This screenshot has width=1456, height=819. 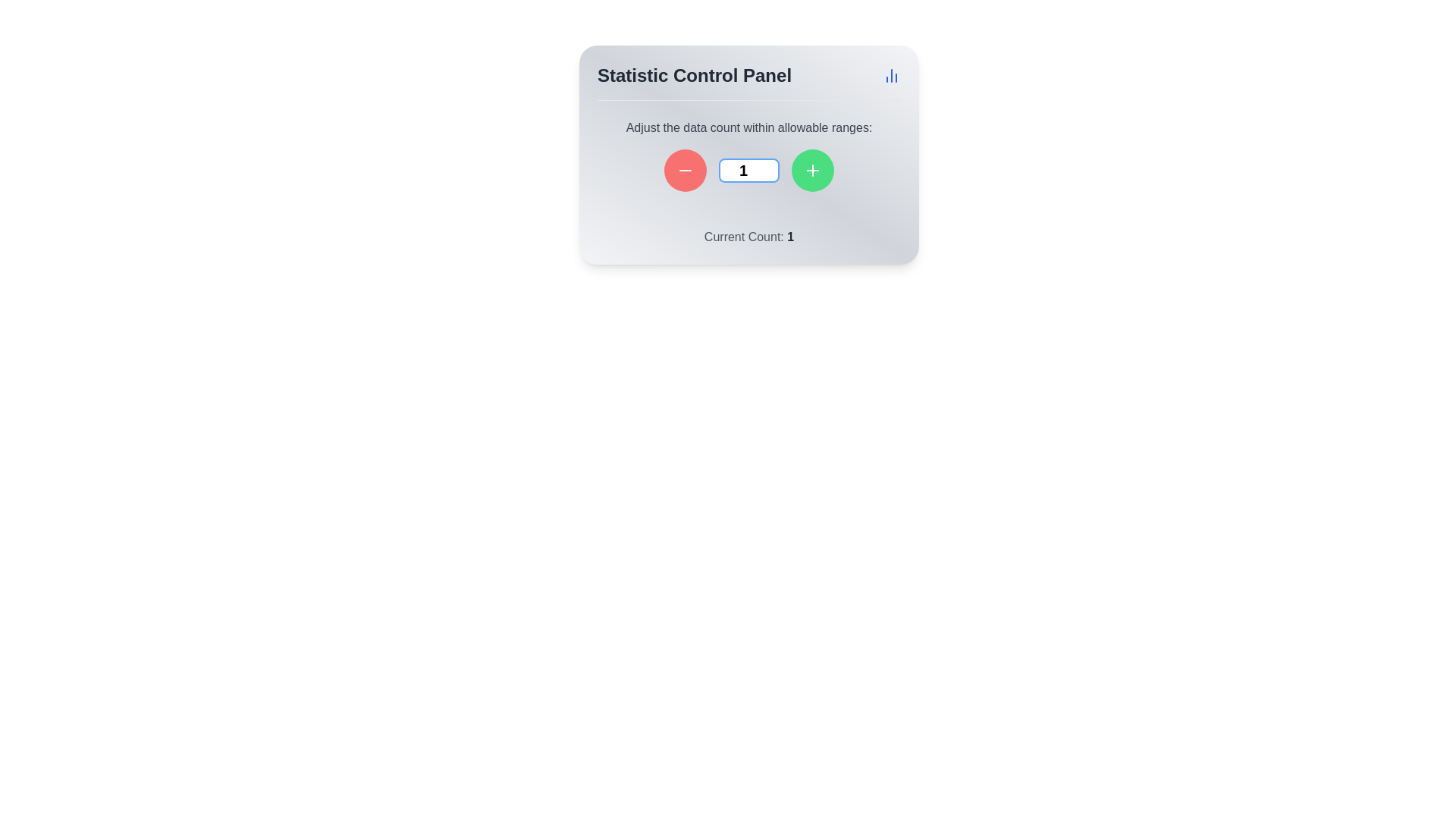 What do you see at coordinates (684, 170) in the screenshot?
I see `the minus icon element, which is a red circular button with a white horizontal line, located to the left of the numeric input field labeled '1'` at bounding box center [684, 170].